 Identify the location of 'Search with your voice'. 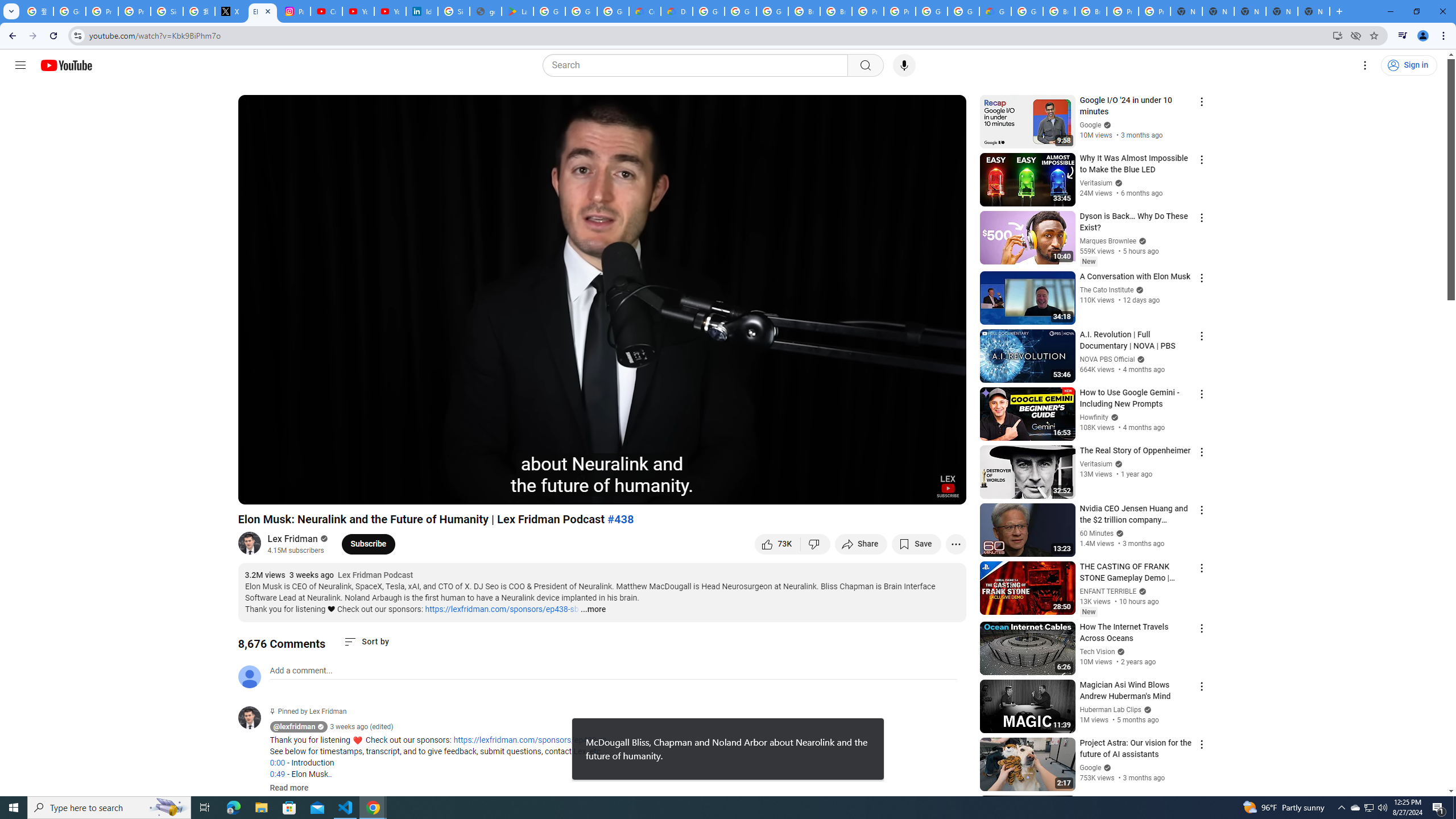
(904, 65).